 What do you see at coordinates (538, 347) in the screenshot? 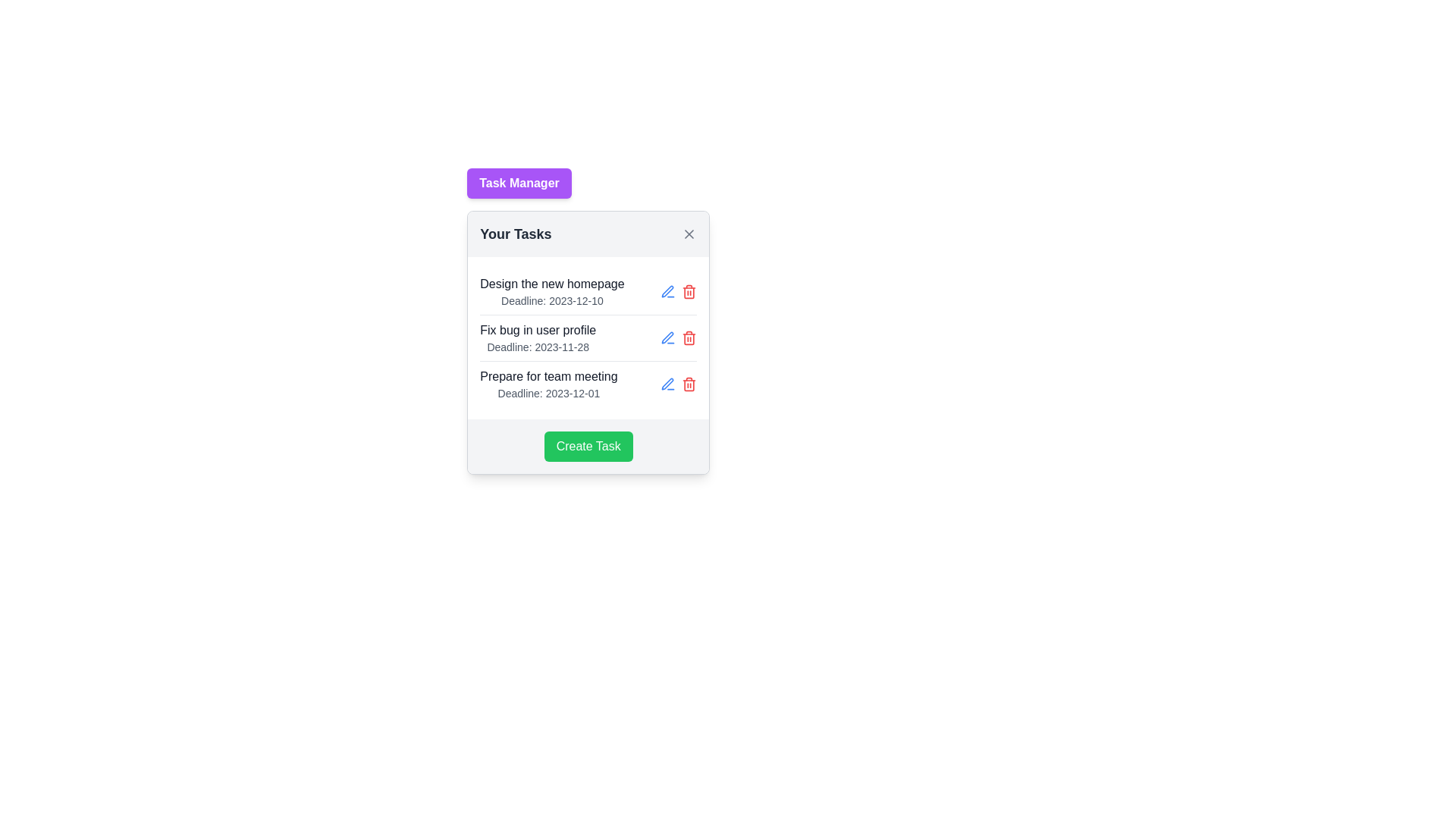
I see `the text label displaying 'Deadline: 2023-11-28', which is positioned below the title 'Fix bug in user profile' in the task list interface` at bounding box center [538, 347].